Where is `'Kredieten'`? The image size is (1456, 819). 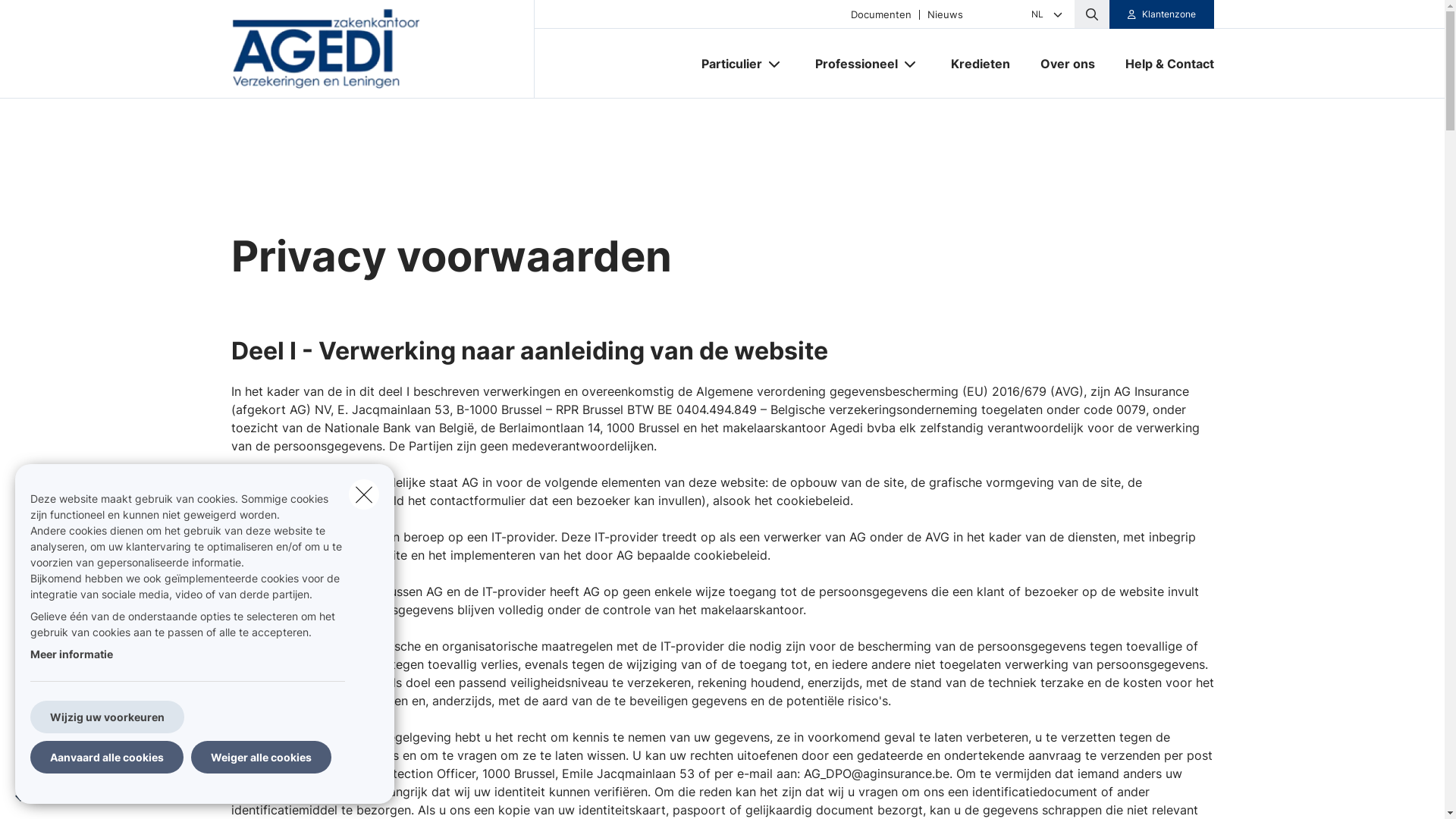 'Kredieten' is located at coordinates (934, 63).